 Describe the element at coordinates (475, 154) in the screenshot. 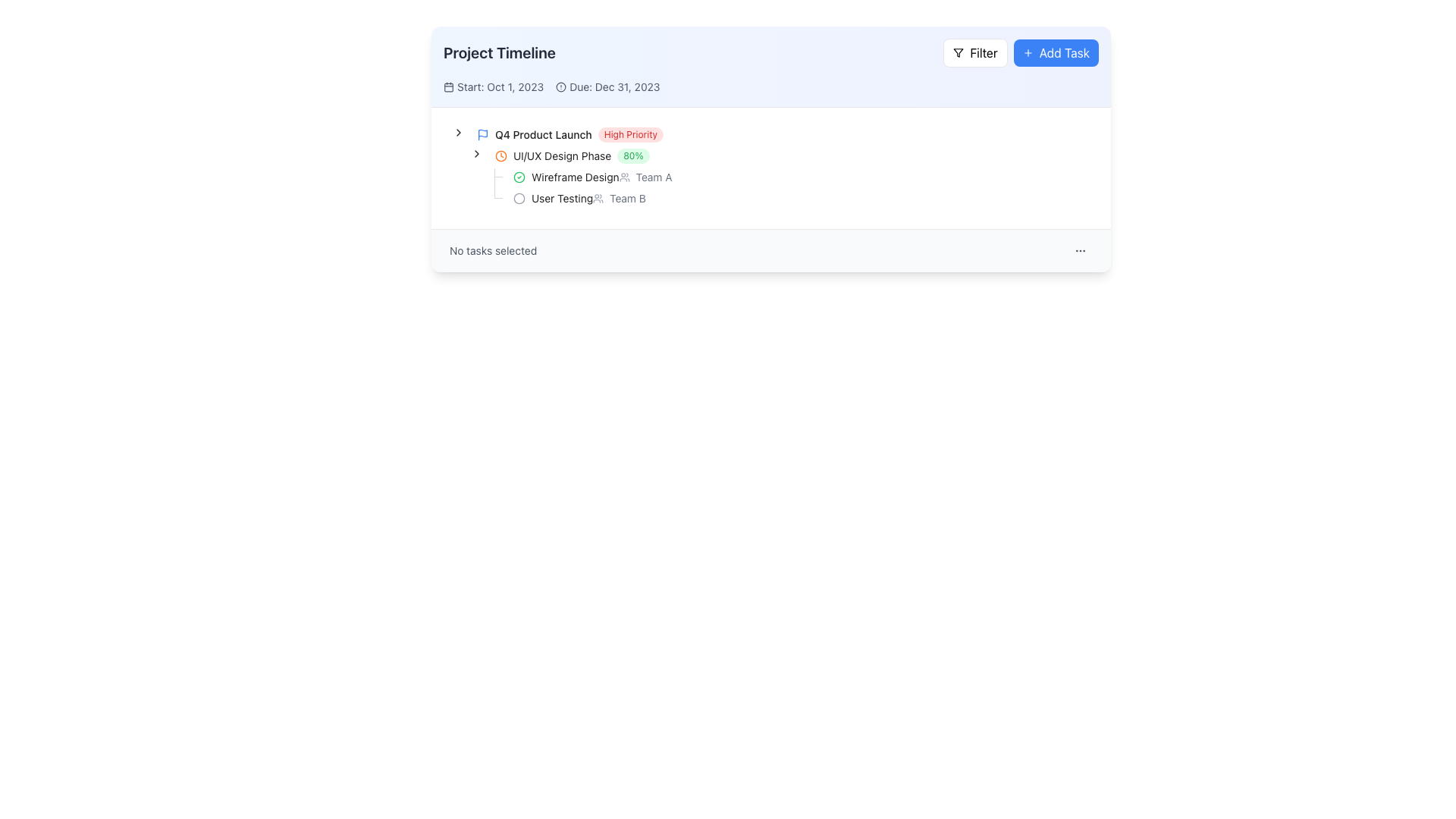

I see `the toggle button with a right-pointing chevron icon located to the left of the 'UI/UX Design Phase' item` at that location.